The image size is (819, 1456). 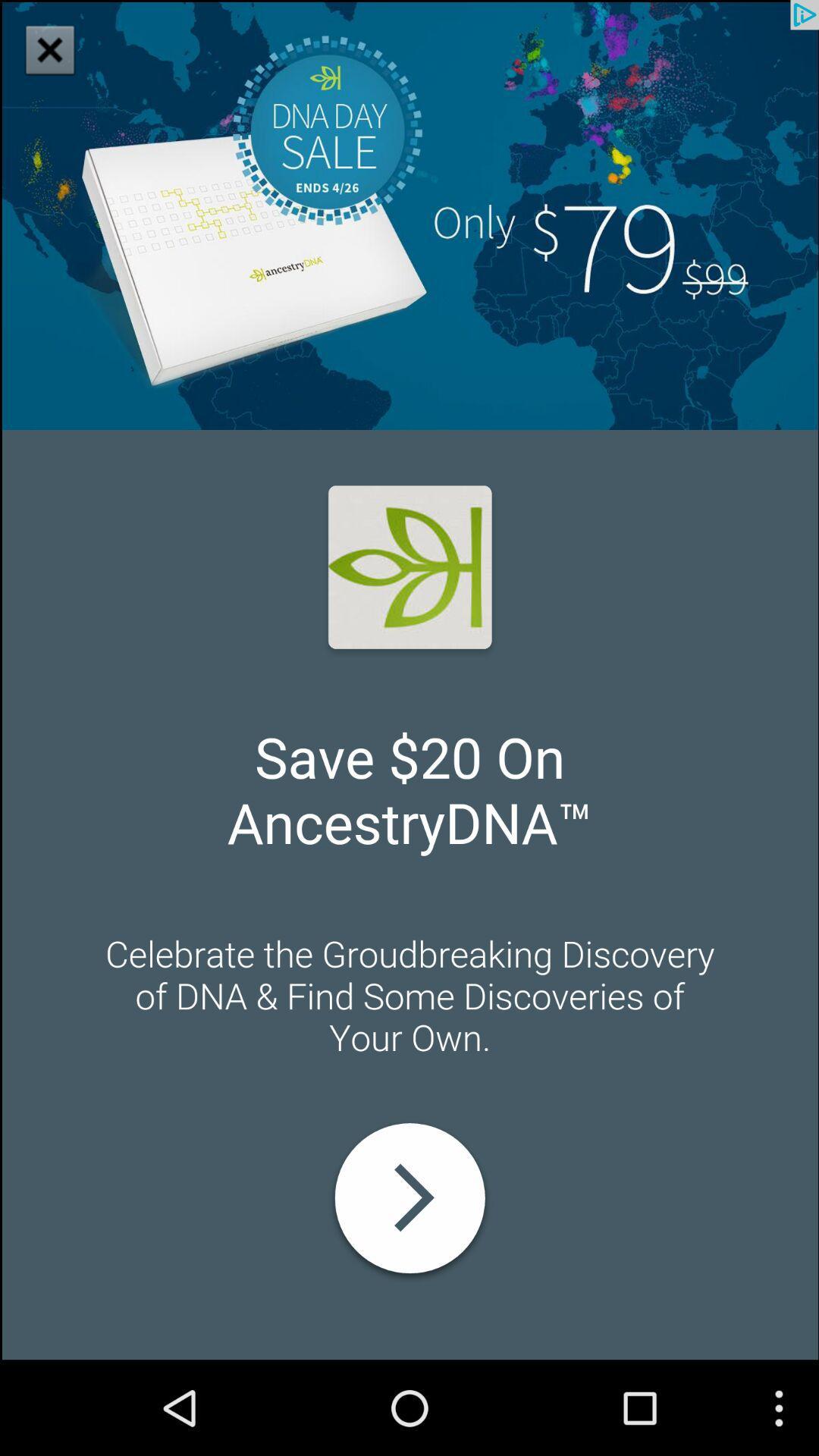 What do you see at coordinates (49, 53) in the screenshot?
I see `the close icon` at bounding box center [49, 53].